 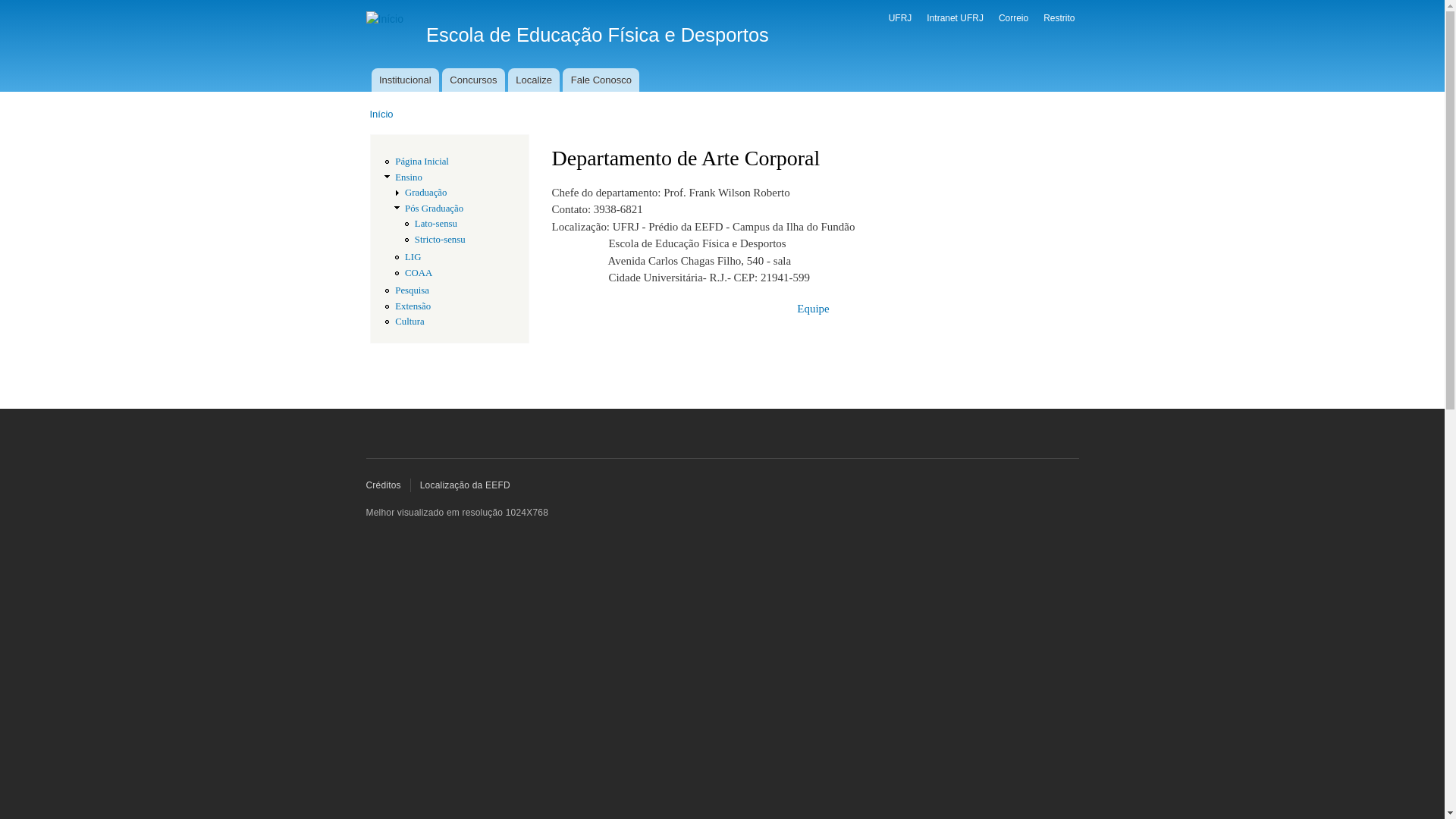 I want to click on 'UFRJ', so click(x=900, y=17).